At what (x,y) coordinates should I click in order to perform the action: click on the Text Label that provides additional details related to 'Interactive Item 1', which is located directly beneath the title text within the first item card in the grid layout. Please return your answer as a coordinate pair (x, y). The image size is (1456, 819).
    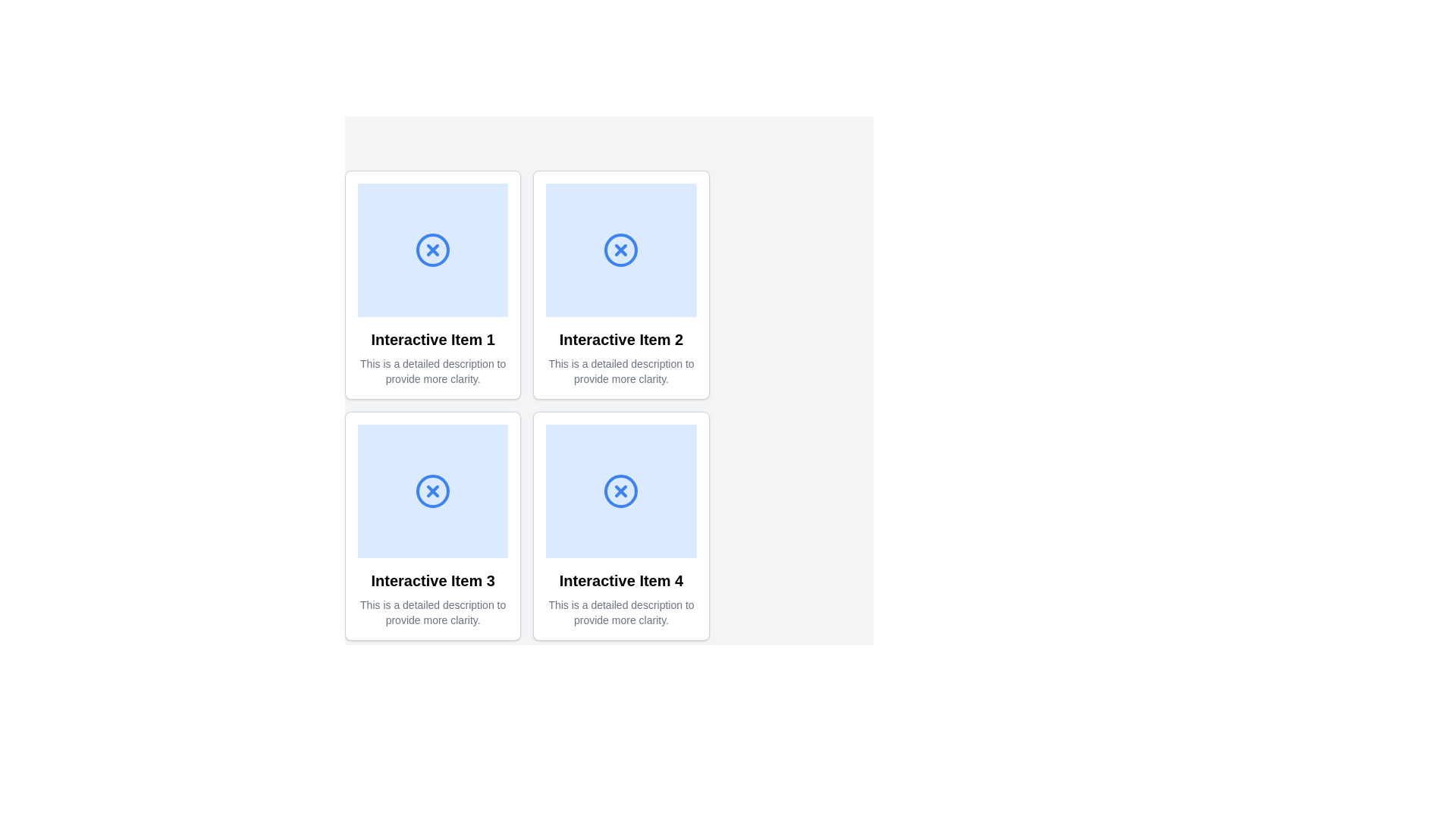
    Looking at the image, I should click on (432, 371).